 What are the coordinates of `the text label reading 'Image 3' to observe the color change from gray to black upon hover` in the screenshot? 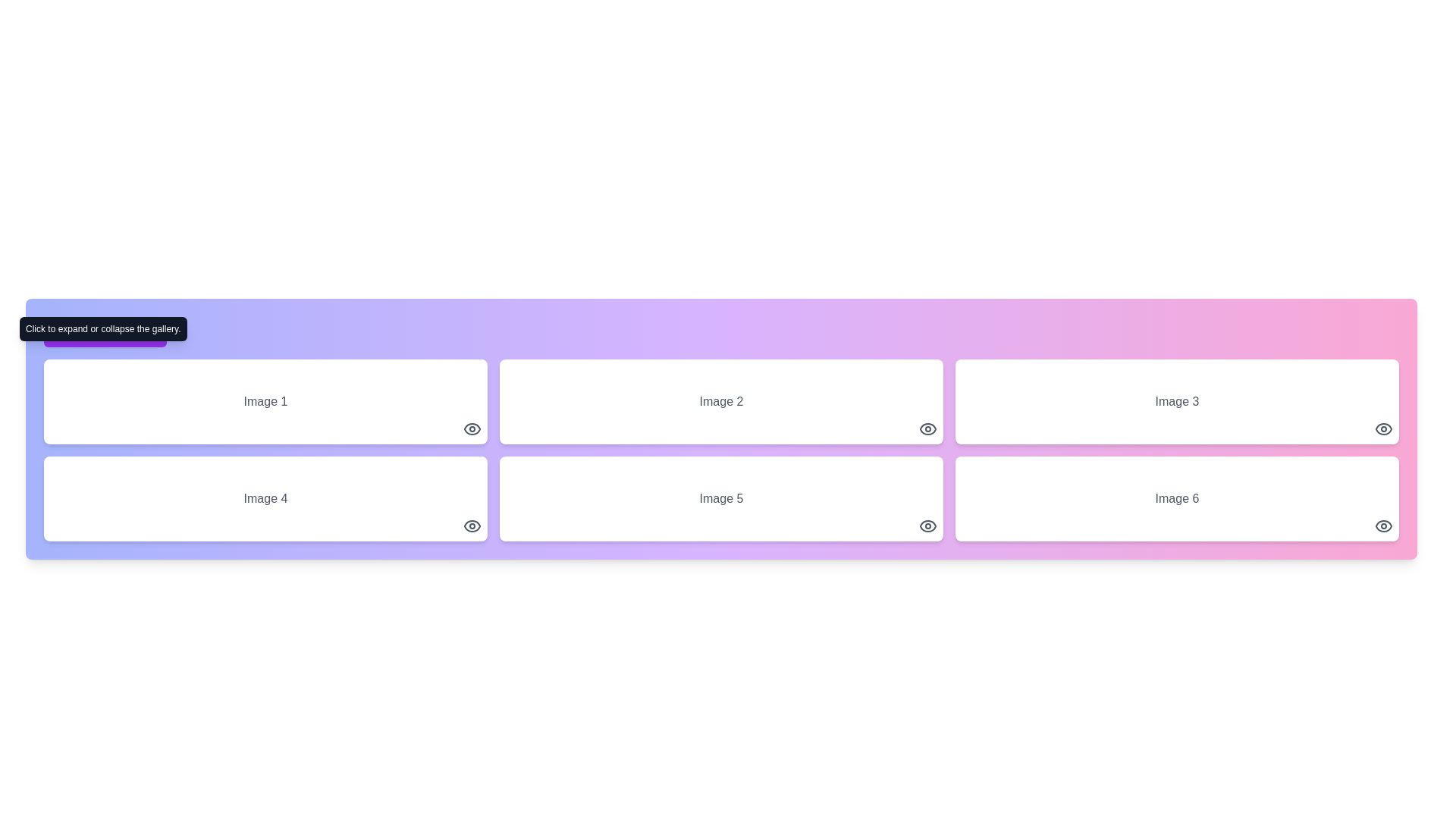 It's located at (1176, 400).